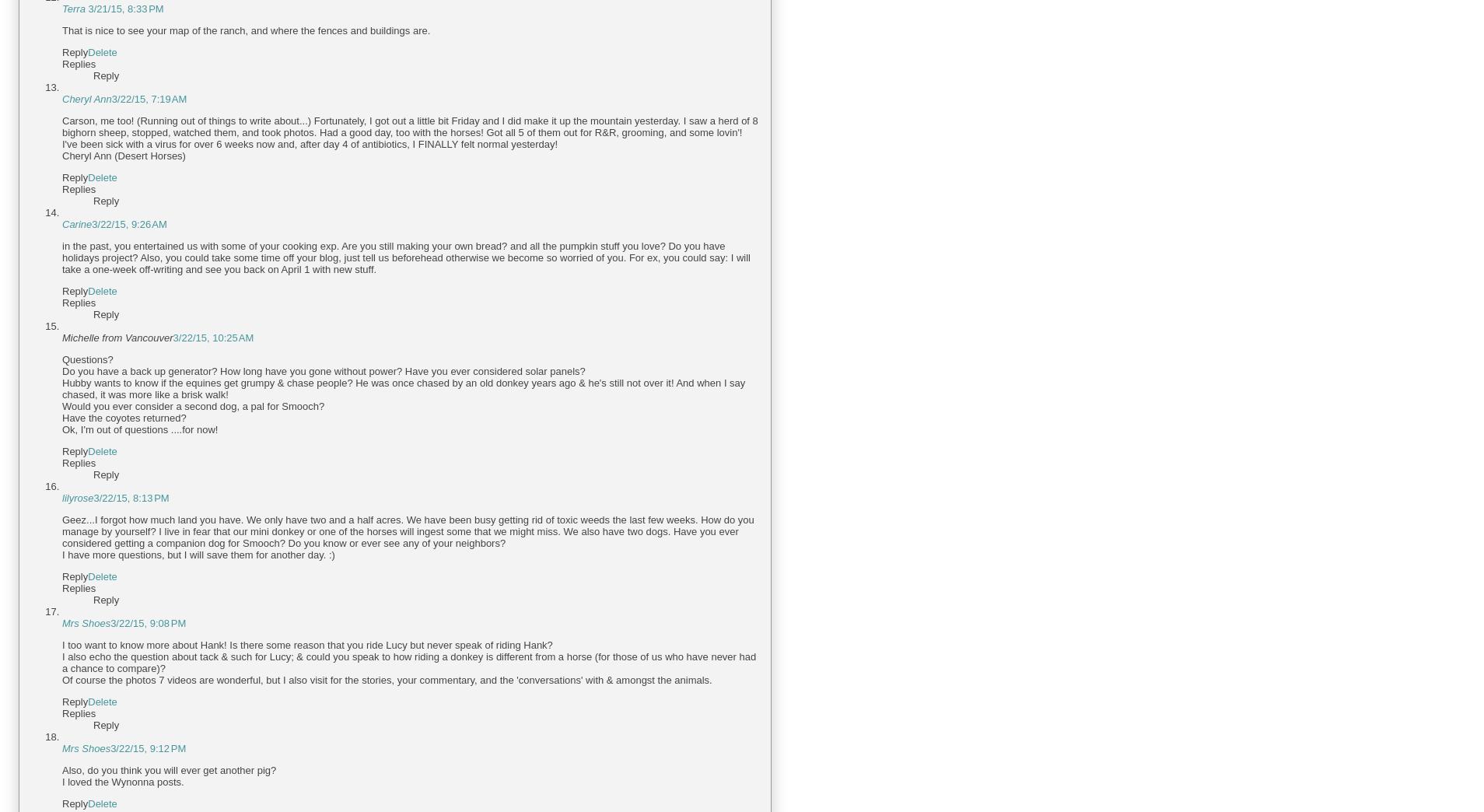 This screenshot has width=1484, height=812. Describe the element at coordinates (198, 554) in the screenshot. I see `'I have more questions, but I will save them for another day.  :)'` at that location.